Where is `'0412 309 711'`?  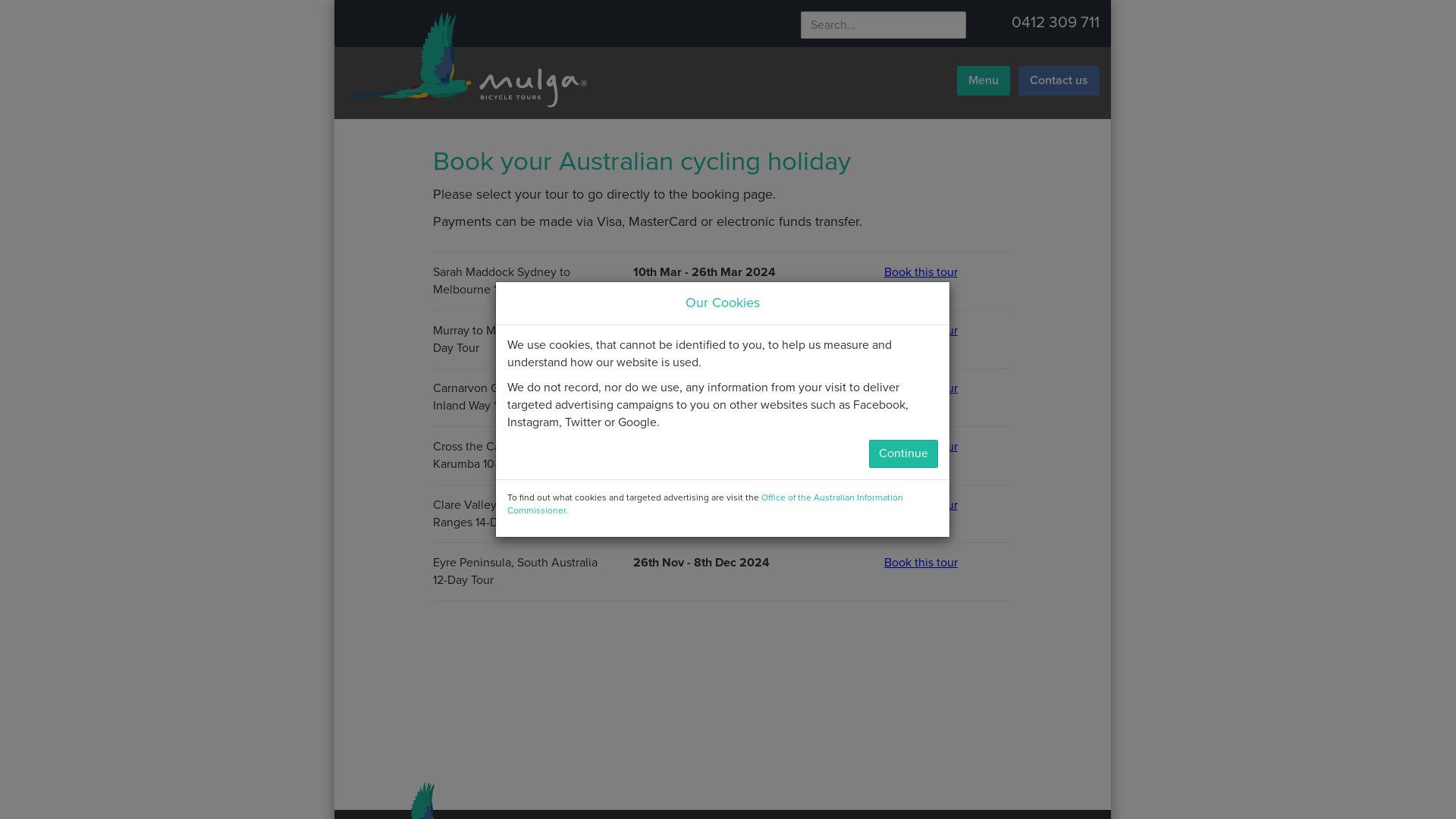 '0412 309 711' is located at coordinates (1055, 22).